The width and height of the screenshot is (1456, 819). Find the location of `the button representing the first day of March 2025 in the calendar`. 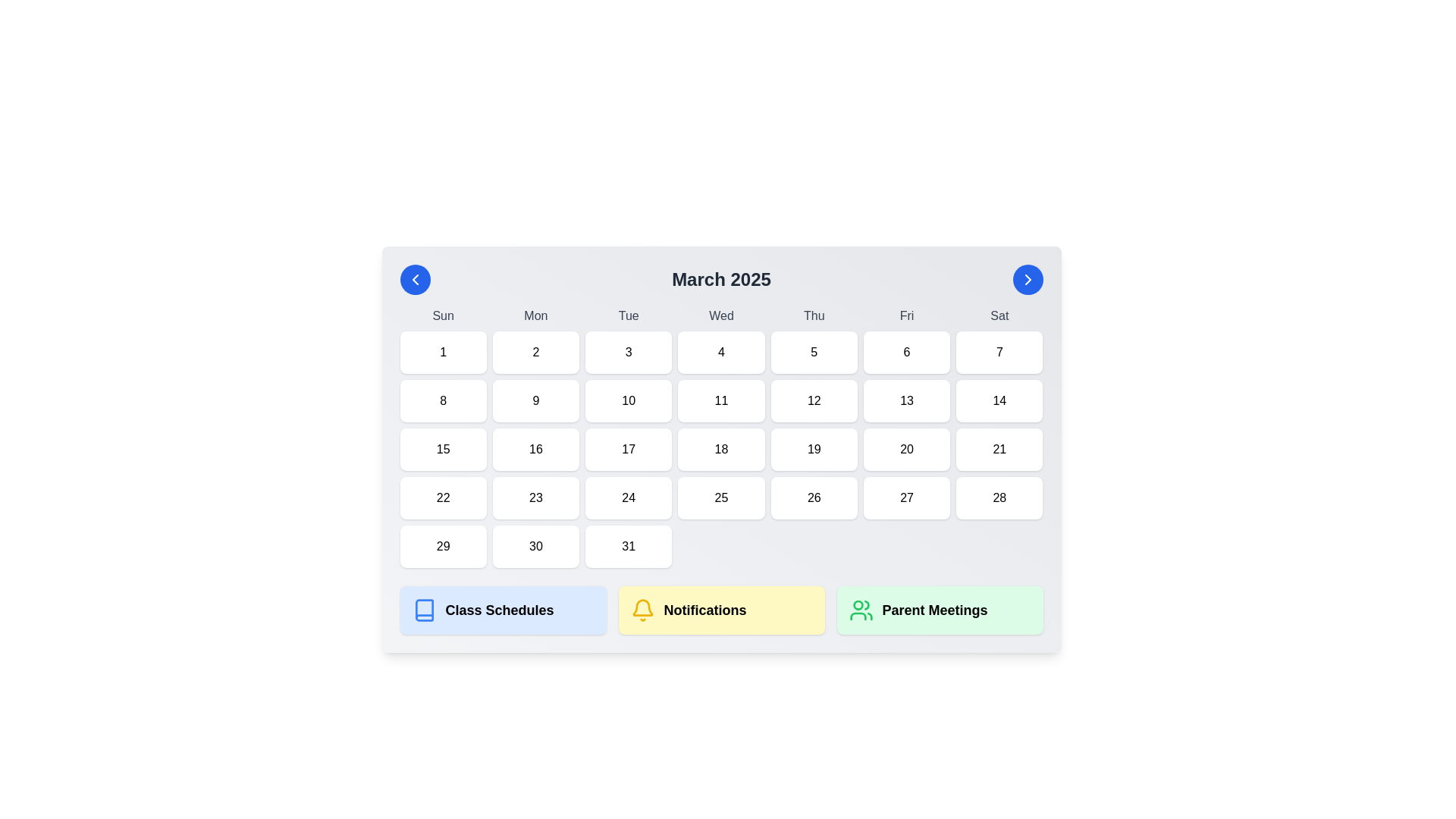

the button representing the first day of March 2025 in the calendar is located at coordinates (442, 353).